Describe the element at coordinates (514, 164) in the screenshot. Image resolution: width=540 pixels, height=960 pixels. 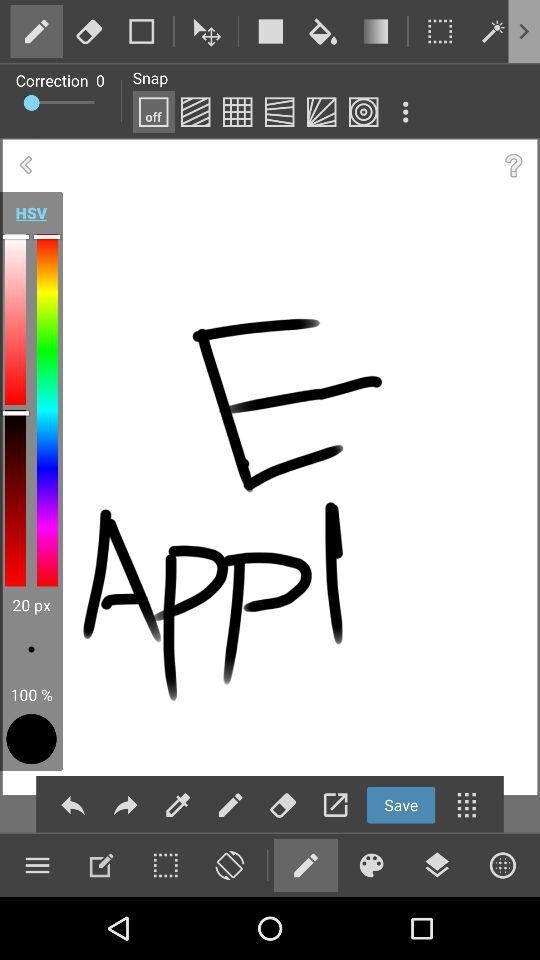
I see `the question mark icon` at that location.